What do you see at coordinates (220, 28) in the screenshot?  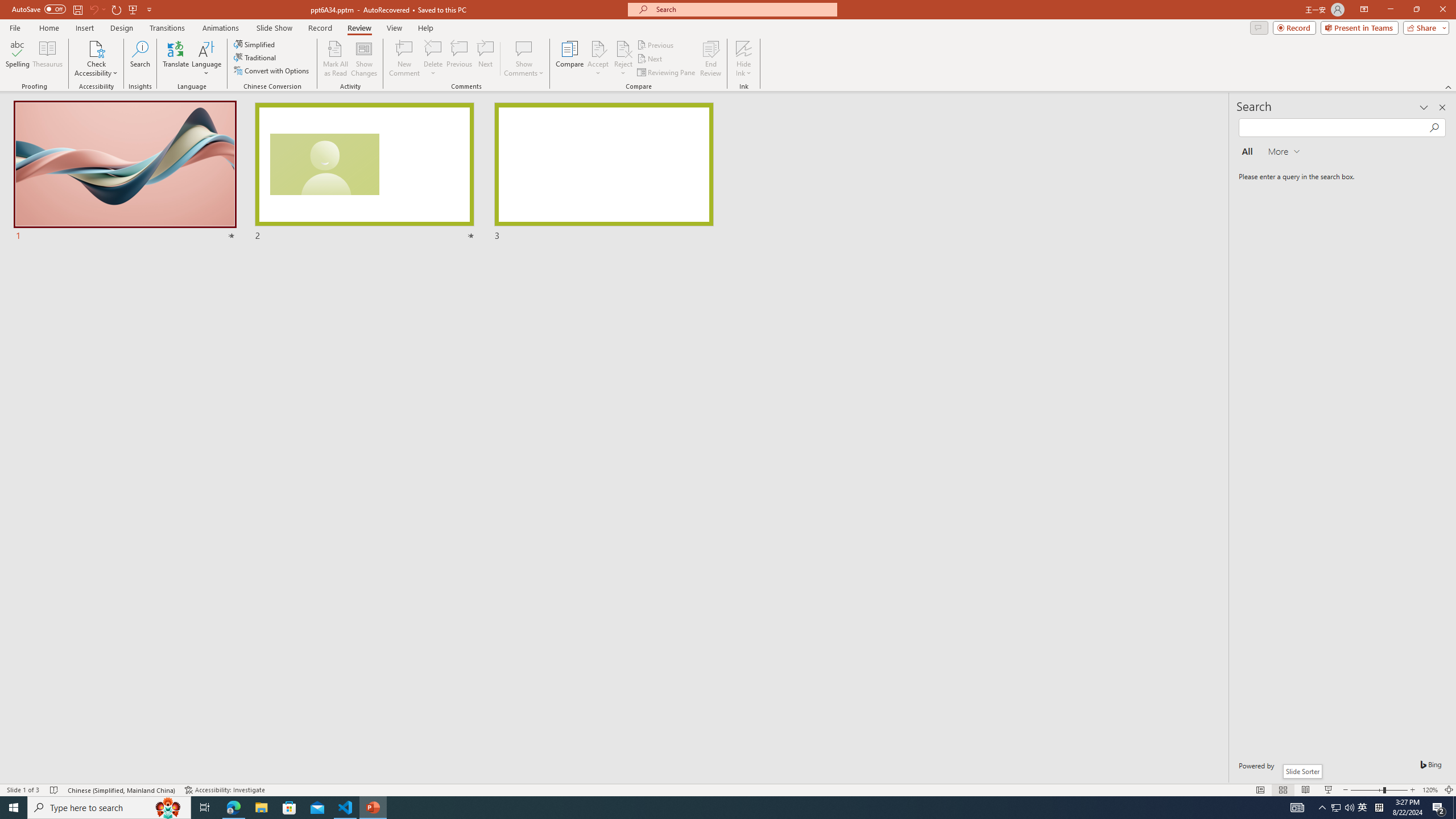 I see `'Animations'` at bounding box center [220, 28].